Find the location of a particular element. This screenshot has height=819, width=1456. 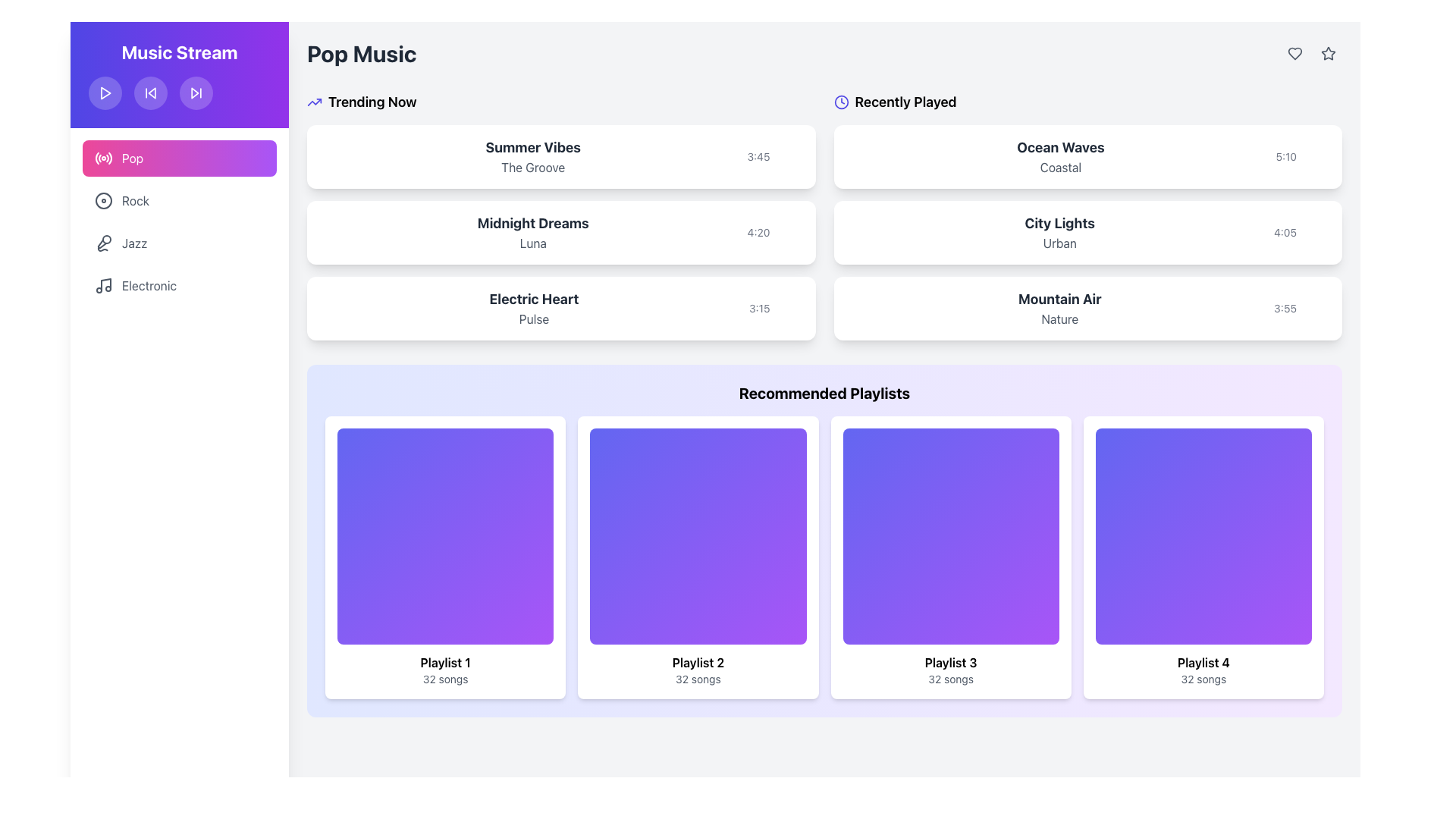

the displayed time information '3:15' from the text label located to the far right of the 'Electric Heart' and 'Pulse' in the 'Trending Now' section is located at coordinates (776, 308).